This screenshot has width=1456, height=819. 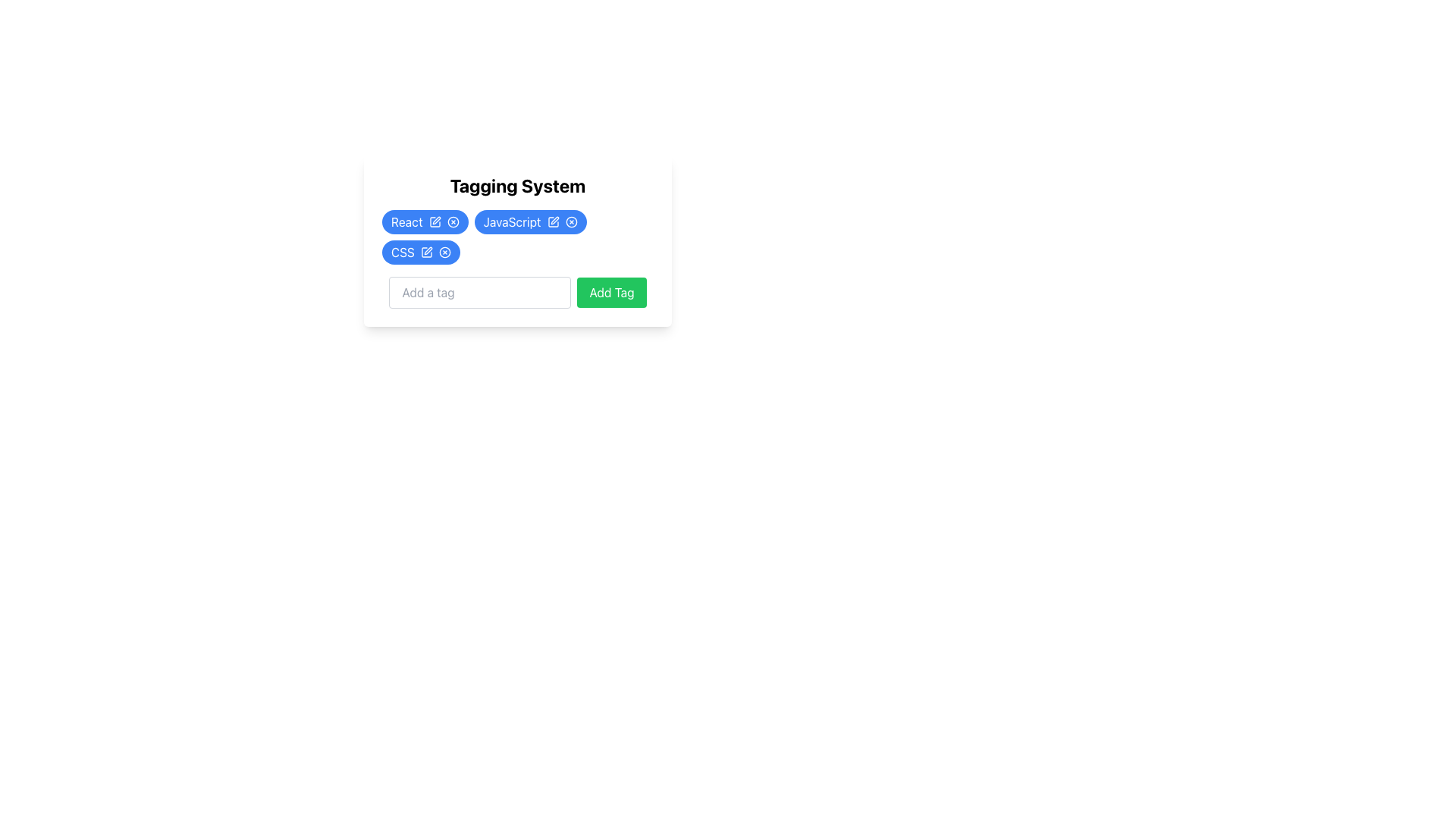 What do you see at coordinates (512, 222) in the screenshot?
I see `the text element displaying 'JavaScript' which is located in a blue capsule-like background, positioned in the second tag of a vertical list` at bounding box center [512, 222].